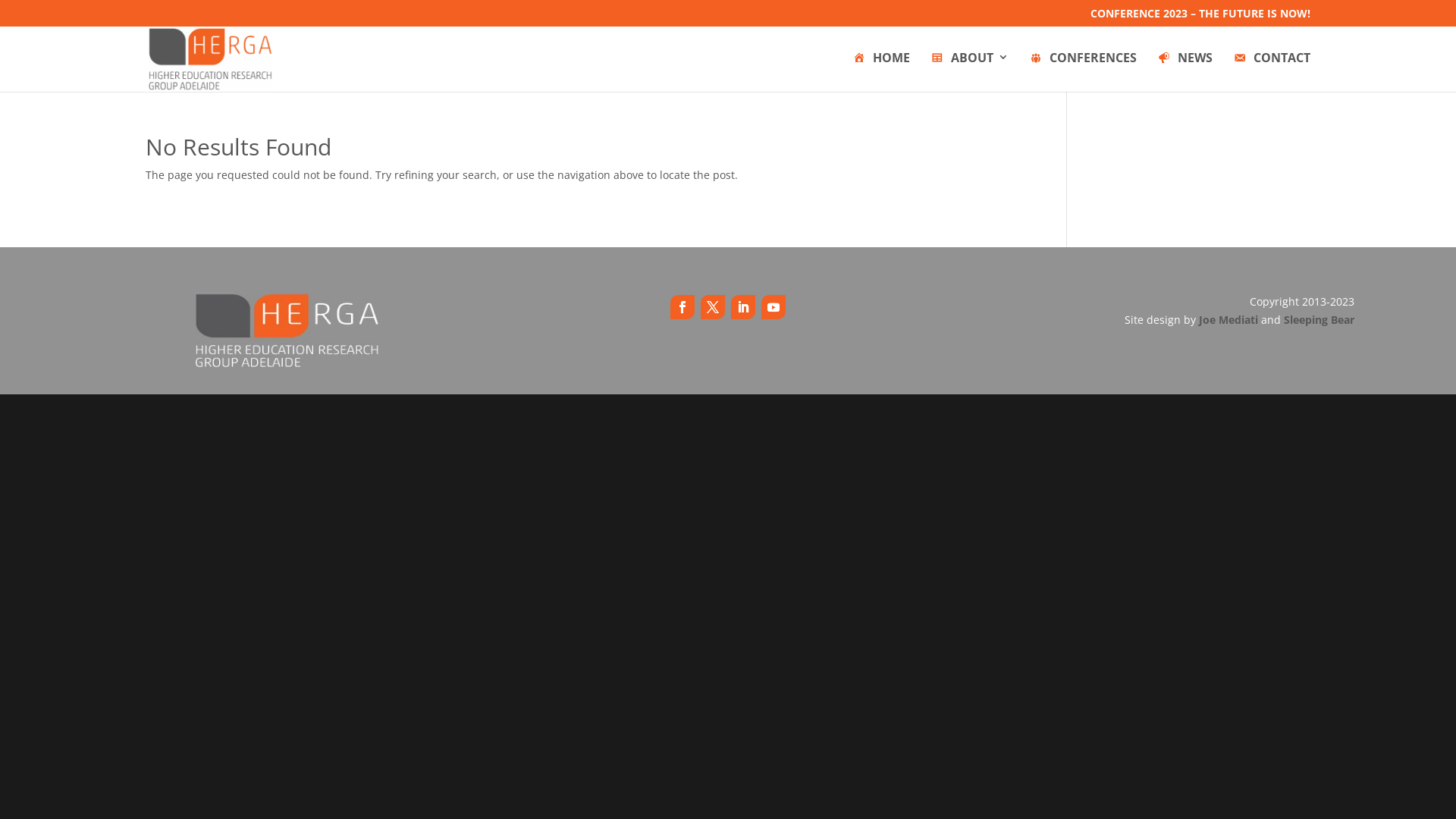 The image size is (1456, 819). Describe the element at coordinates (287, 330) in the screenshot. I see `'5646_295215163954568_1650703540_n'` at that location.